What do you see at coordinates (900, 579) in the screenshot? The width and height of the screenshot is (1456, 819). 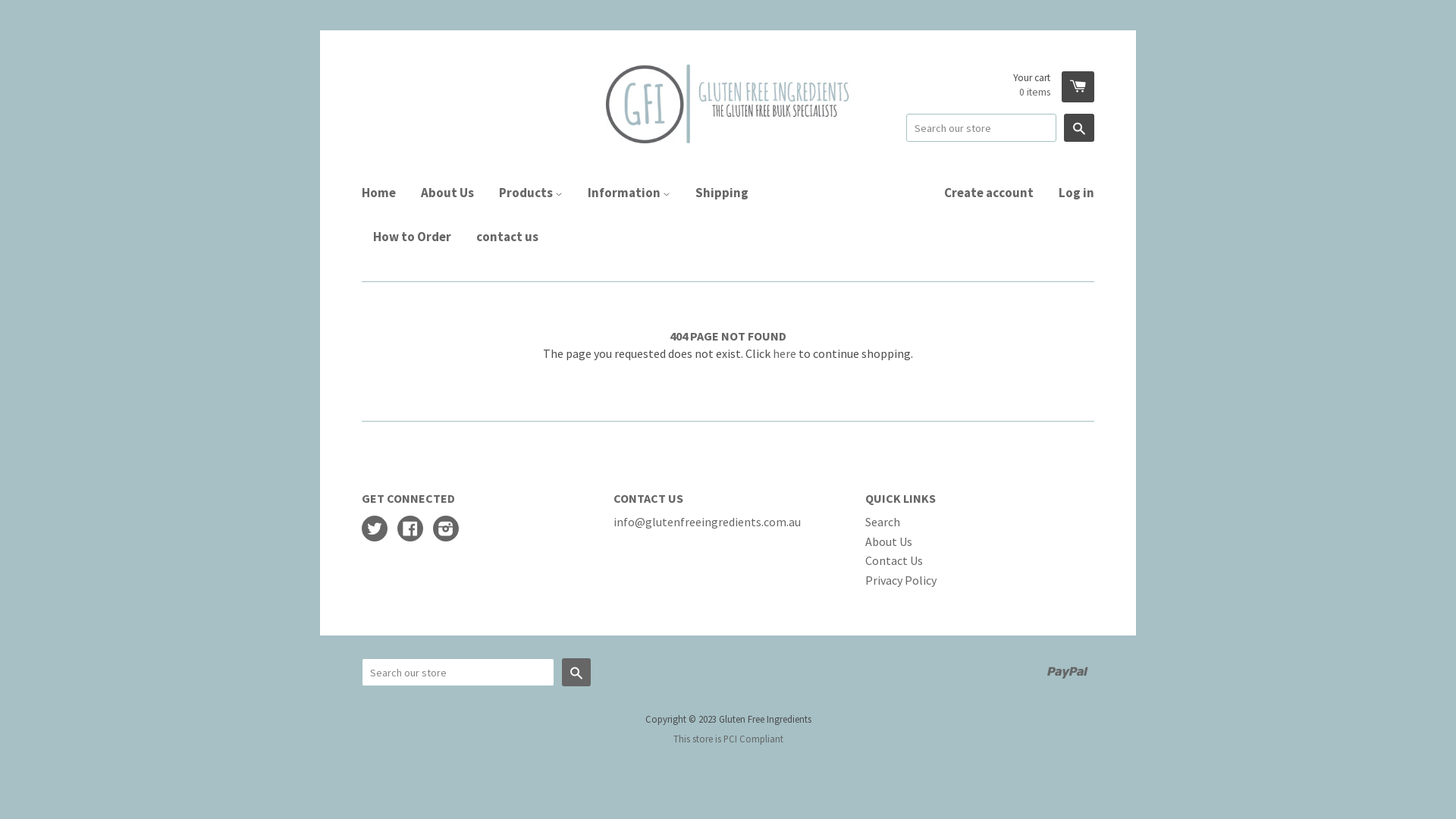 I see `'Privacy Policy'` at bounding box center [900, 579].